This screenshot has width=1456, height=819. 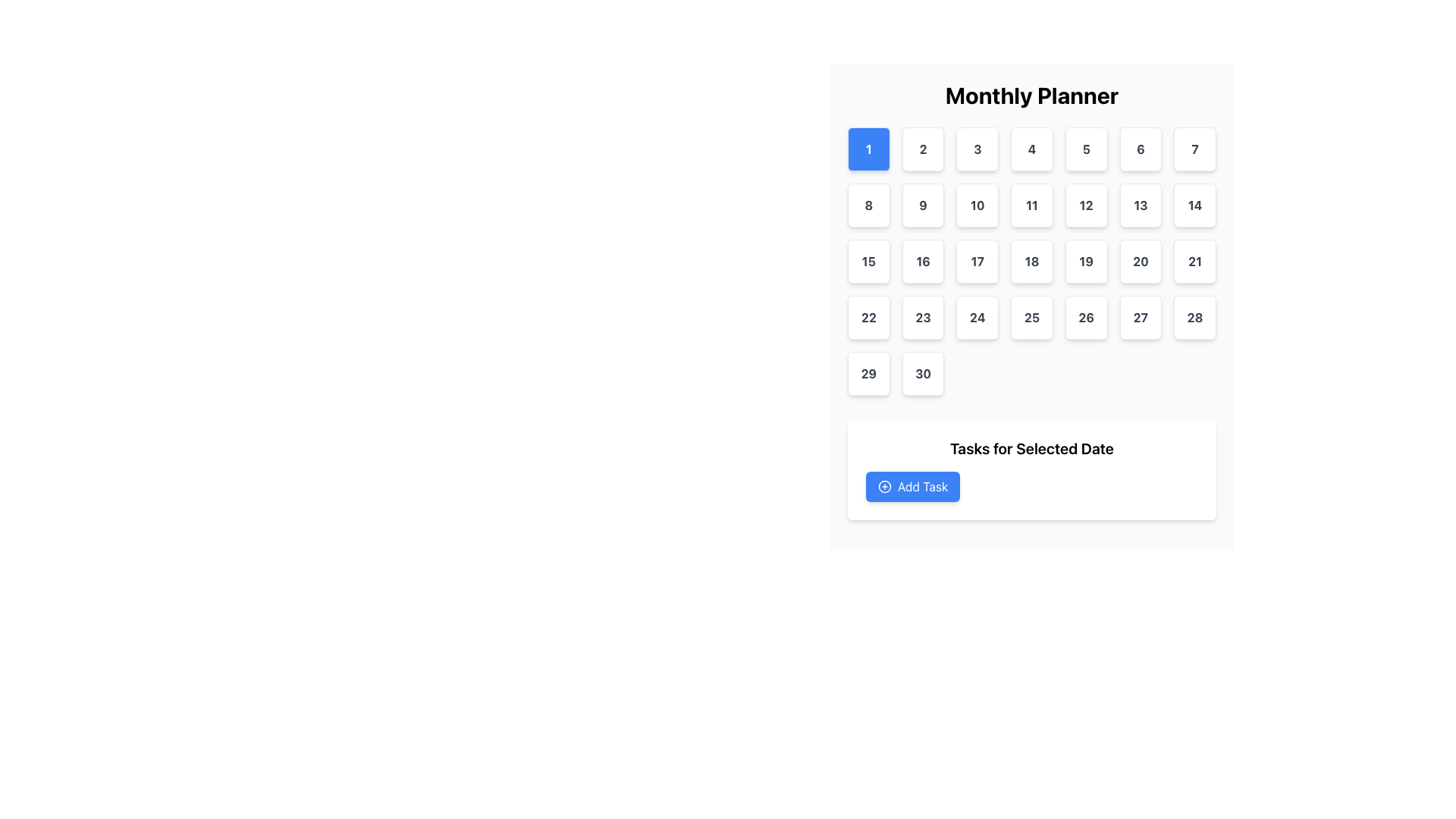 What do you see at coordinates (977, 317) in the screenshot?
I see `the square-shaped calendar day cell displaying the number '24', which has a white background and rounded corners` at bounding box center [977, 317].